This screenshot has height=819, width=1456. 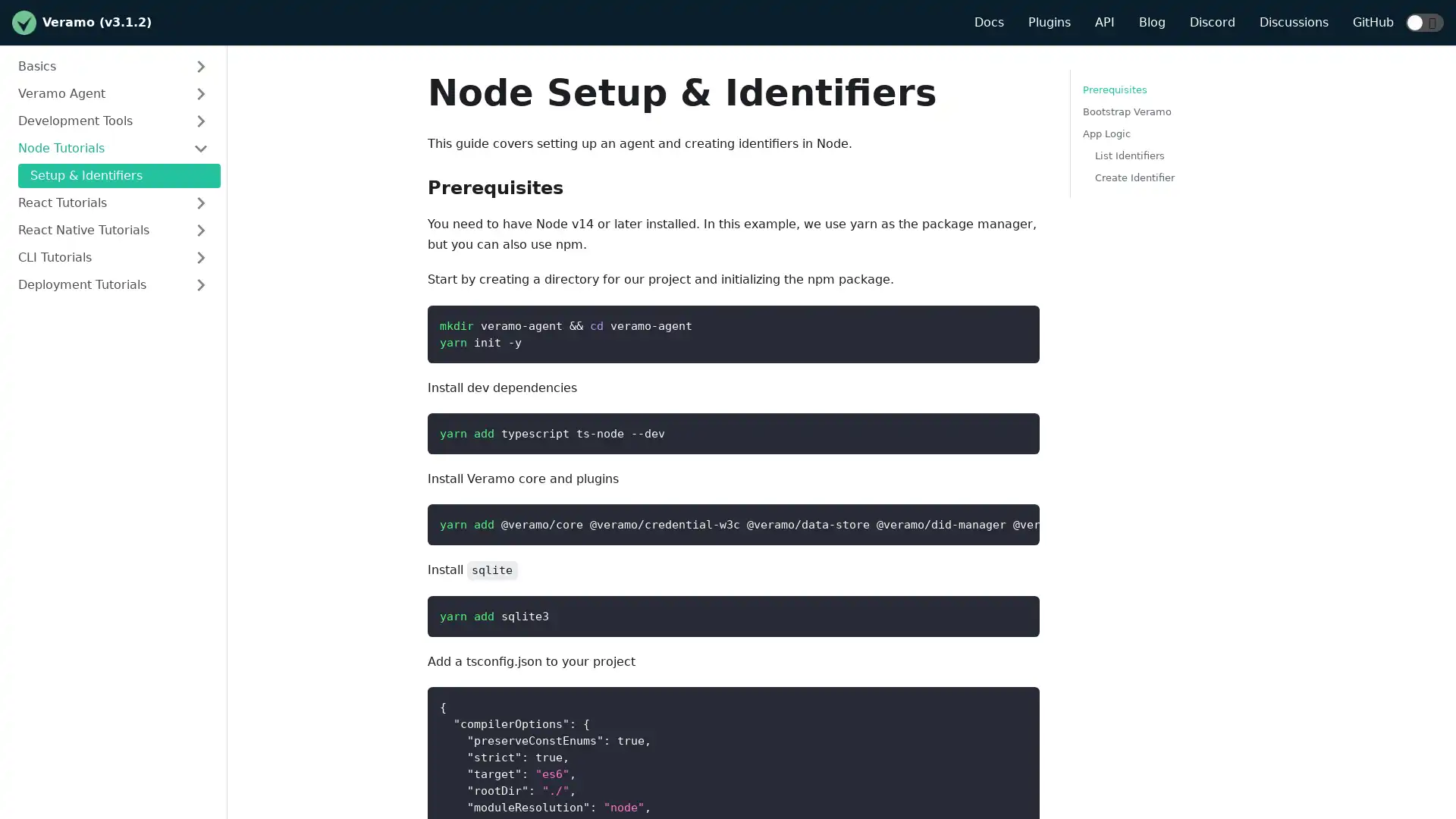 What do you see at coordinates (1015, 704) in the screenshot?
I see `Copy code to clipboard` at bounding box center [1015, 704].